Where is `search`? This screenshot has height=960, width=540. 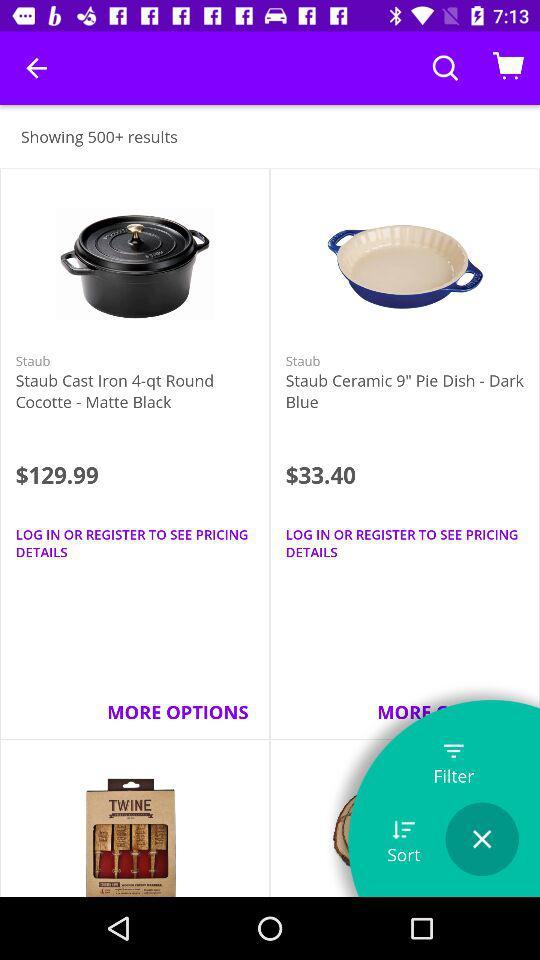
search is located at coordinates (445, 68).